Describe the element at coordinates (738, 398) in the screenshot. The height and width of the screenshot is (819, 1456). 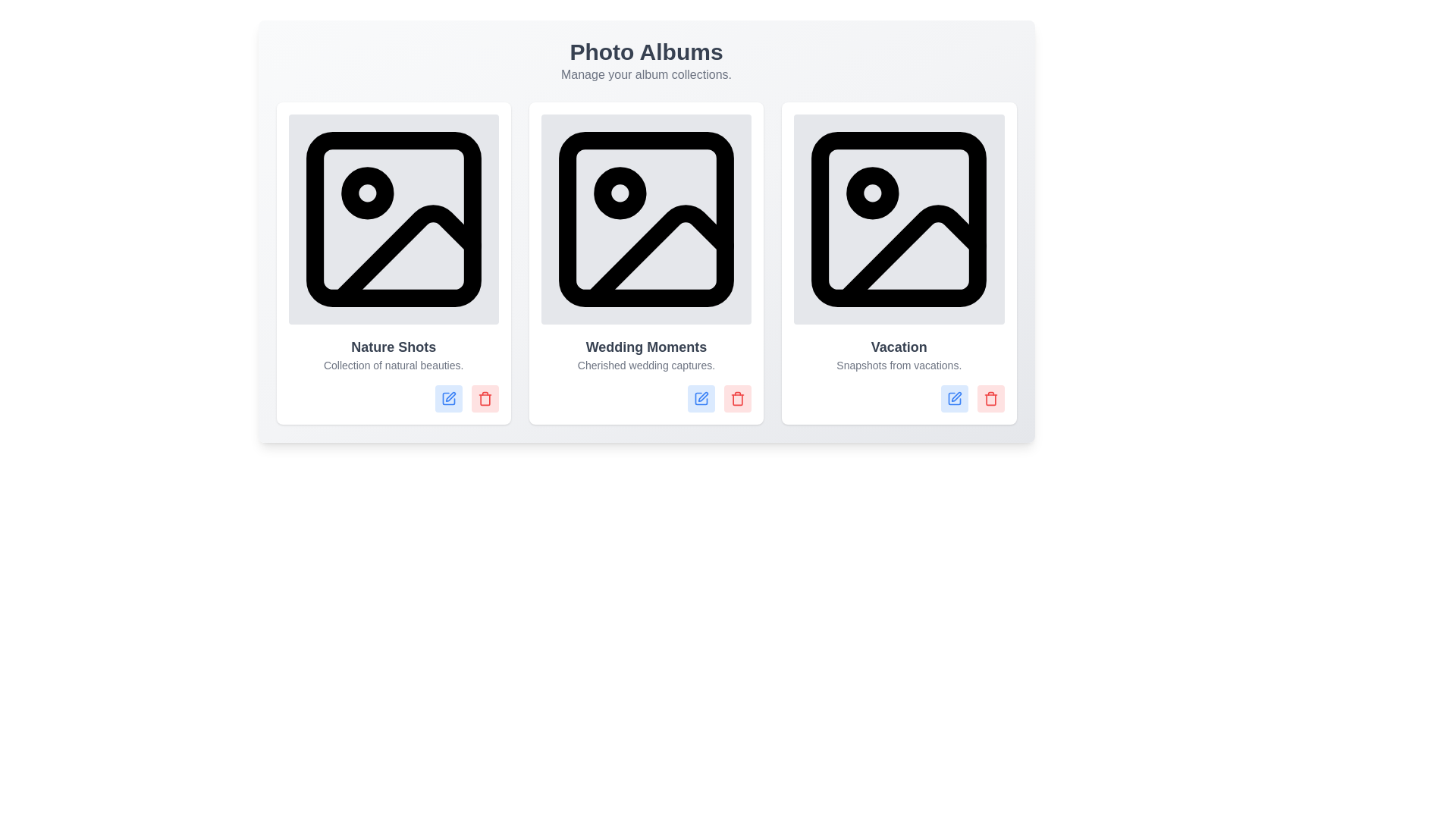
I see `delete button for the album named Wedding Moments` at that location.